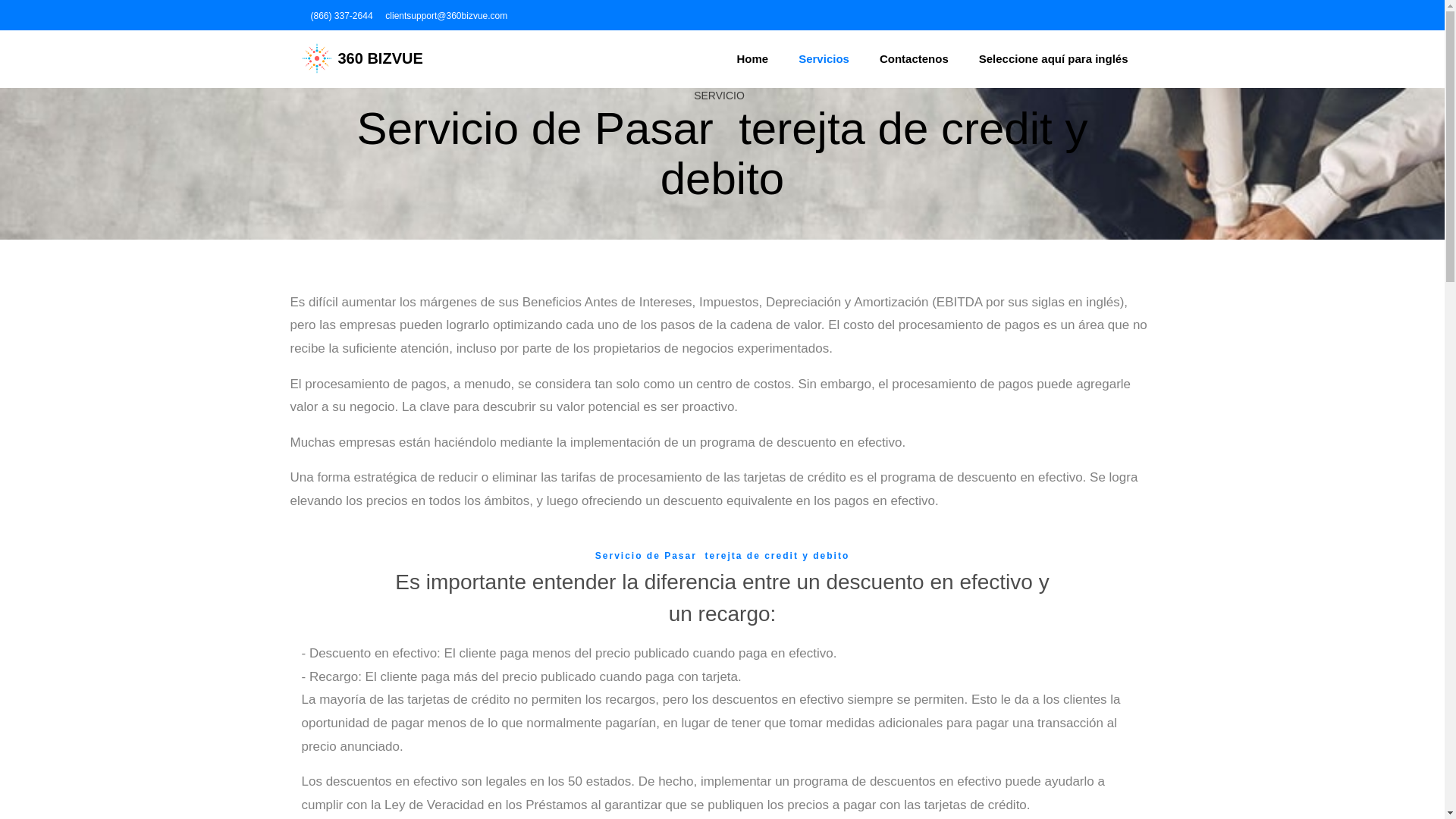  I want to click on 'clientsupport@360bizvue.com', so click(444, 15).